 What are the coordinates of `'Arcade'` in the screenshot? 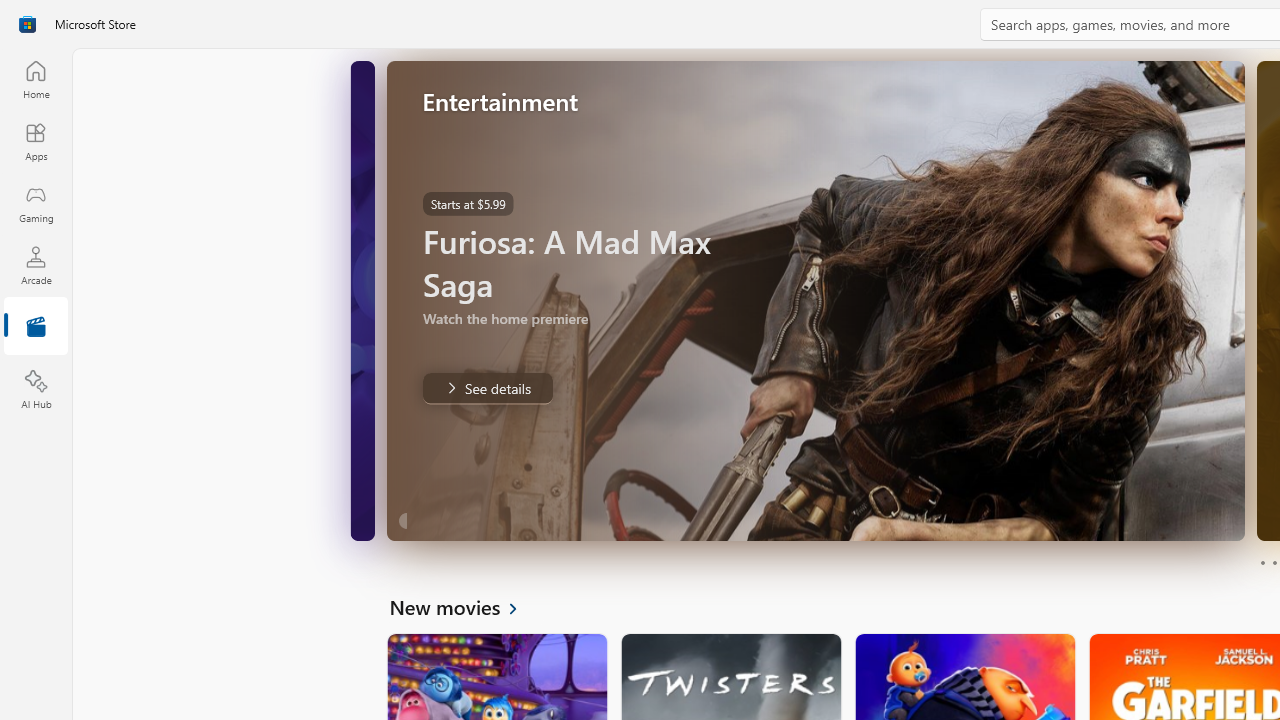 It's located at (35, 264).